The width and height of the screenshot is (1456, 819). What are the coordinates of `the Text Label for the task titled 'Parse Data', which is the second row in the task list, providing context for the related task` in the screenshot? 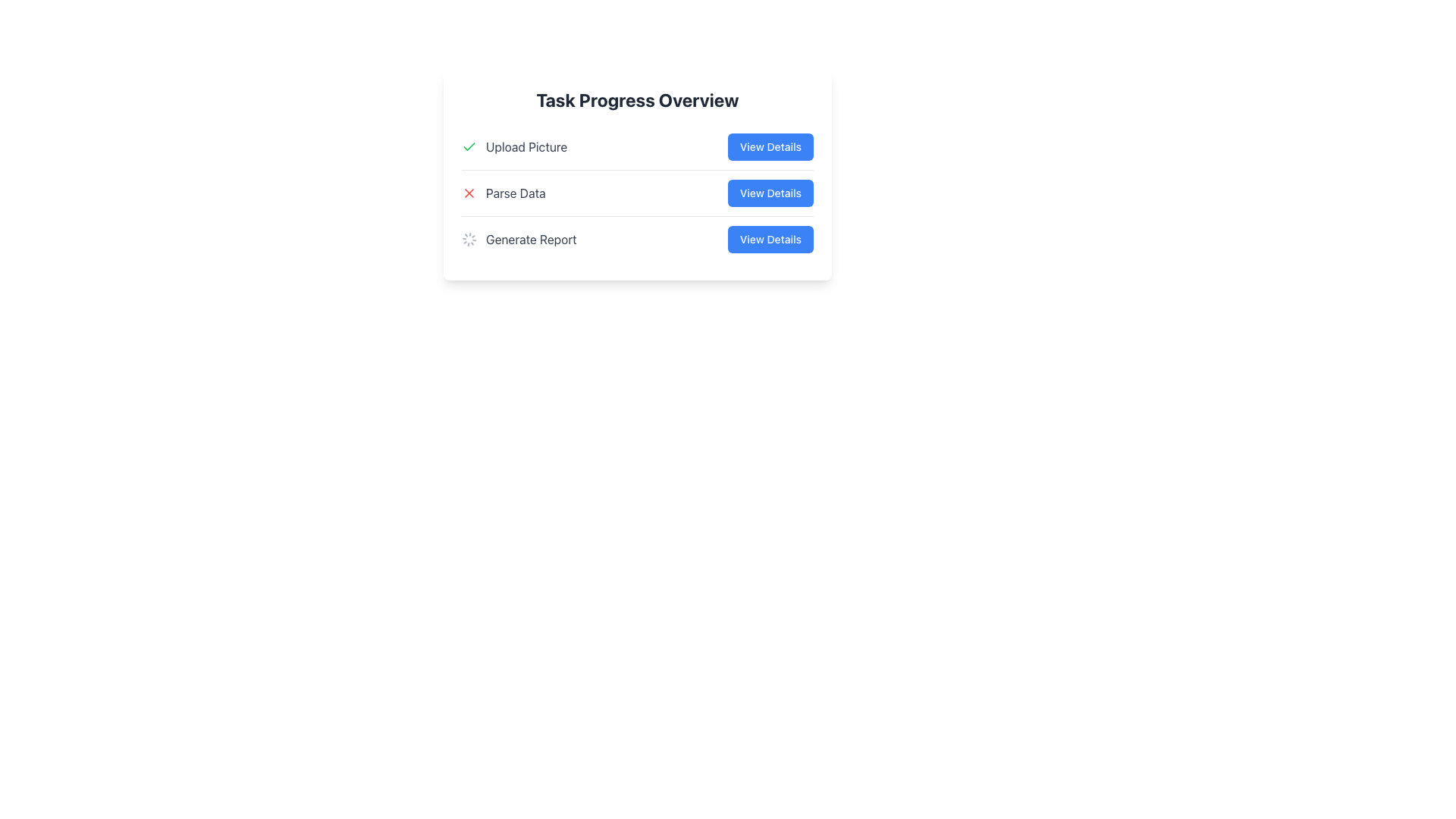 It's located at (516, 192).